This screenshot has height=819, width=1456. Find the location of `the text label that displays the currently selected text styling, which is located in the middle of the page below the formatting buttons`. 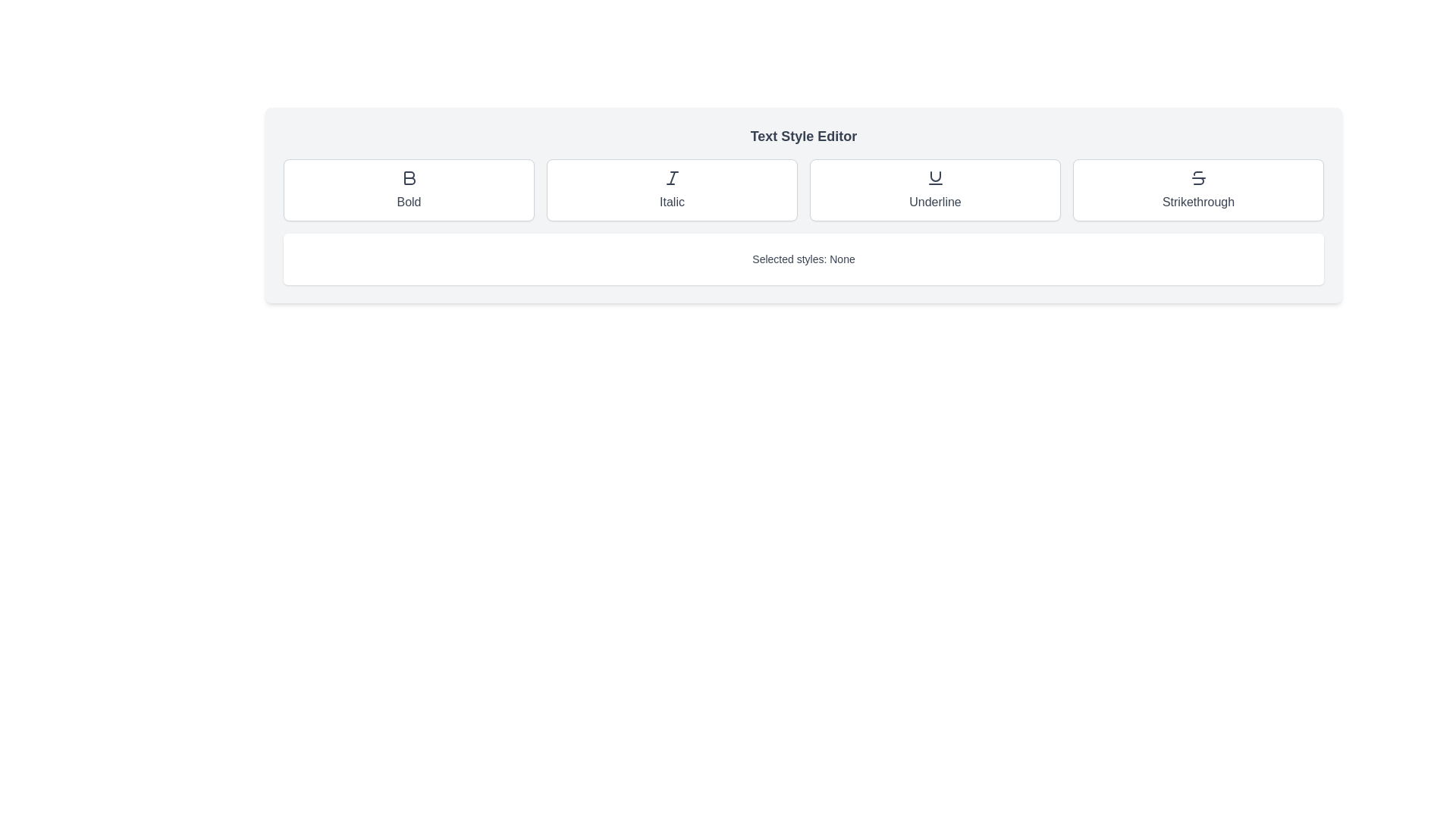

the text label that displays the currently selected text styling, which is located in the middle of the page below the formatting buttons is located at coordinates (803, 259).